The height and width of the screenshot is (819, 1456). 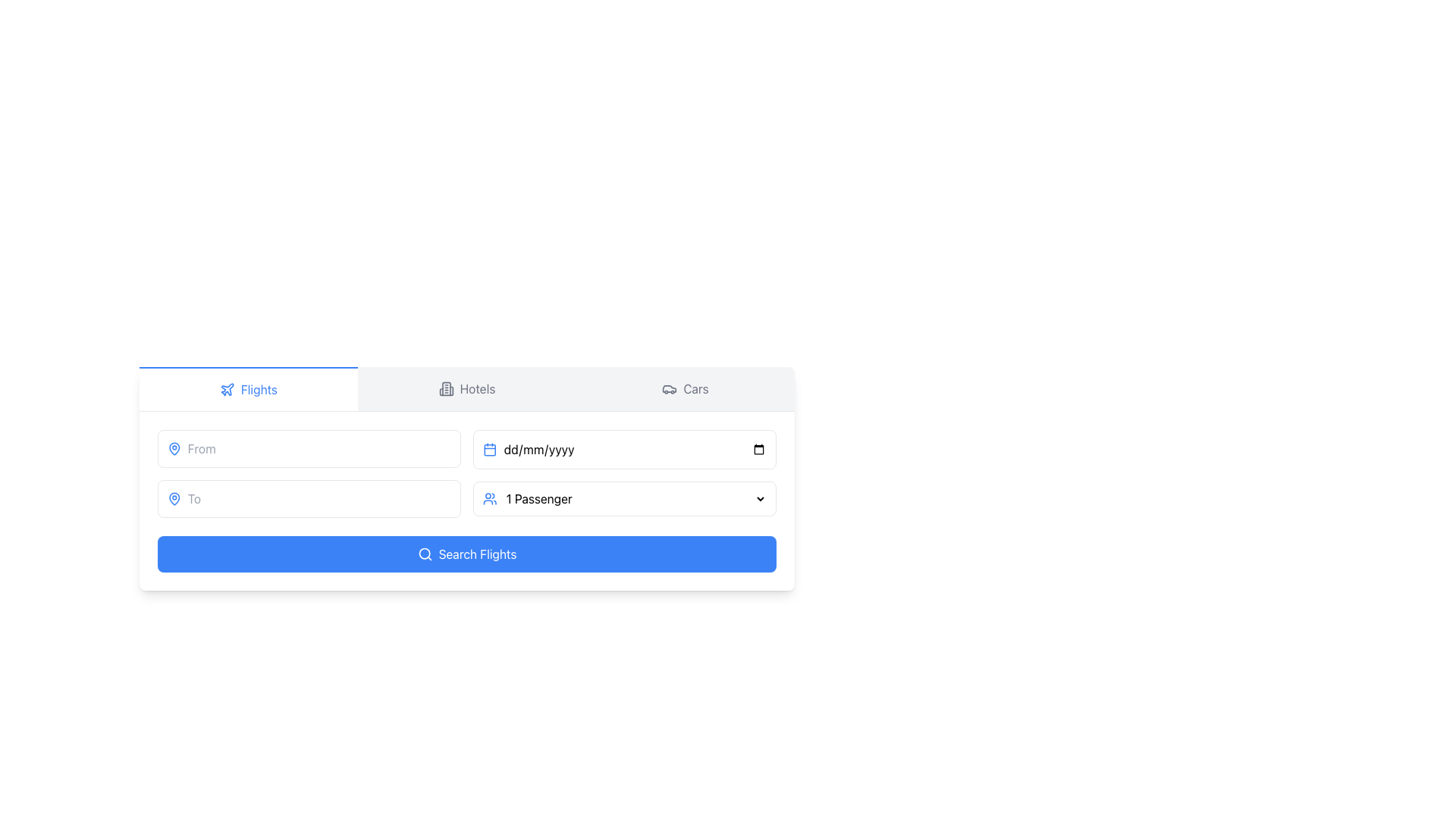 What do you see at coordinates (476, 554) in the screenshot?
I see `the text label within the blue button that initiates the flight search operation` at bounding box center [476, 554].